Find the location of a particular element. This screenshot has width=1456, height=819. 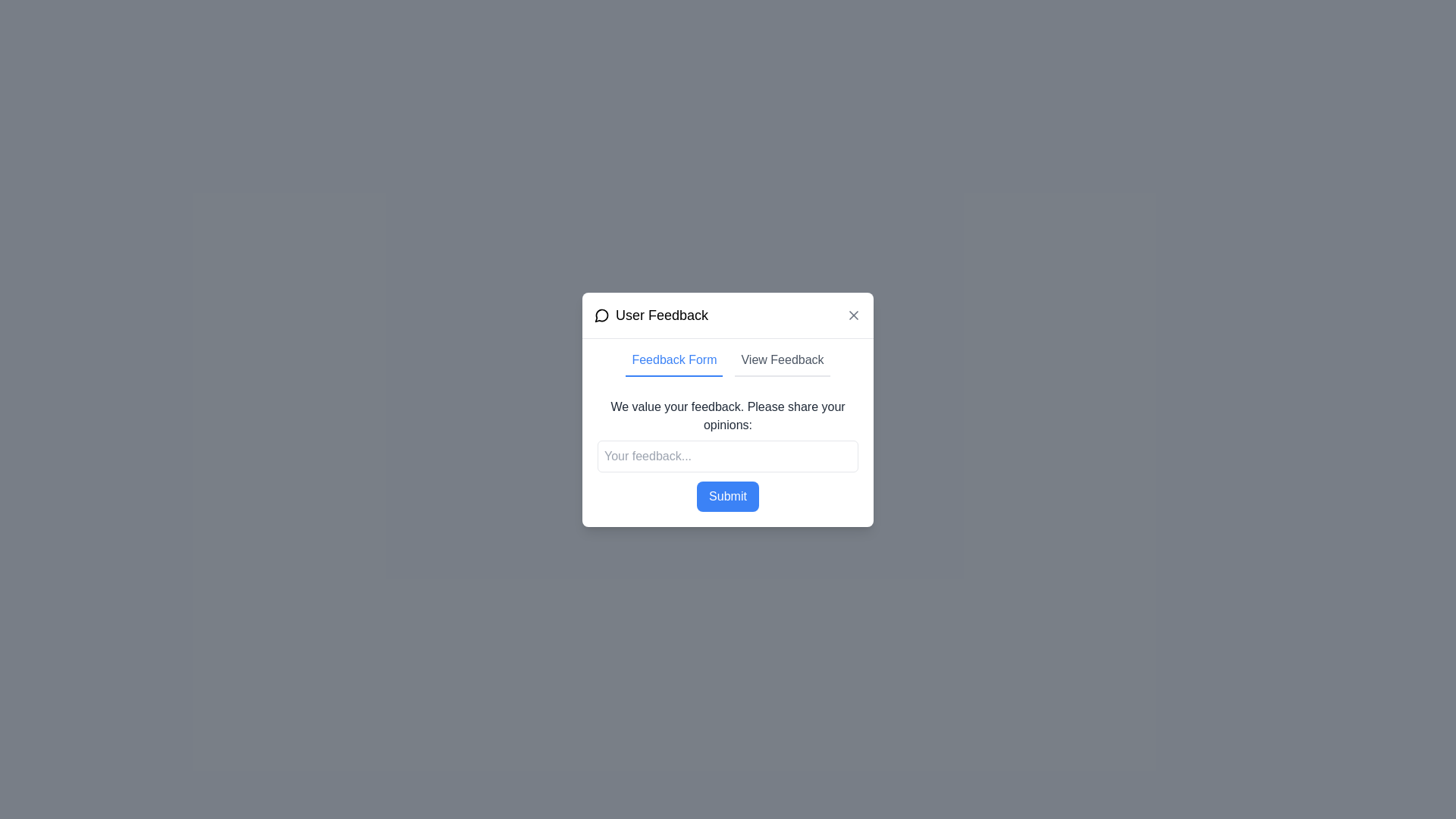

the close button represented by a gray square icon with an 'X' symbol in the top-right corner of the 'User Feedback' modal dialog is located at coordinates (854, 314).